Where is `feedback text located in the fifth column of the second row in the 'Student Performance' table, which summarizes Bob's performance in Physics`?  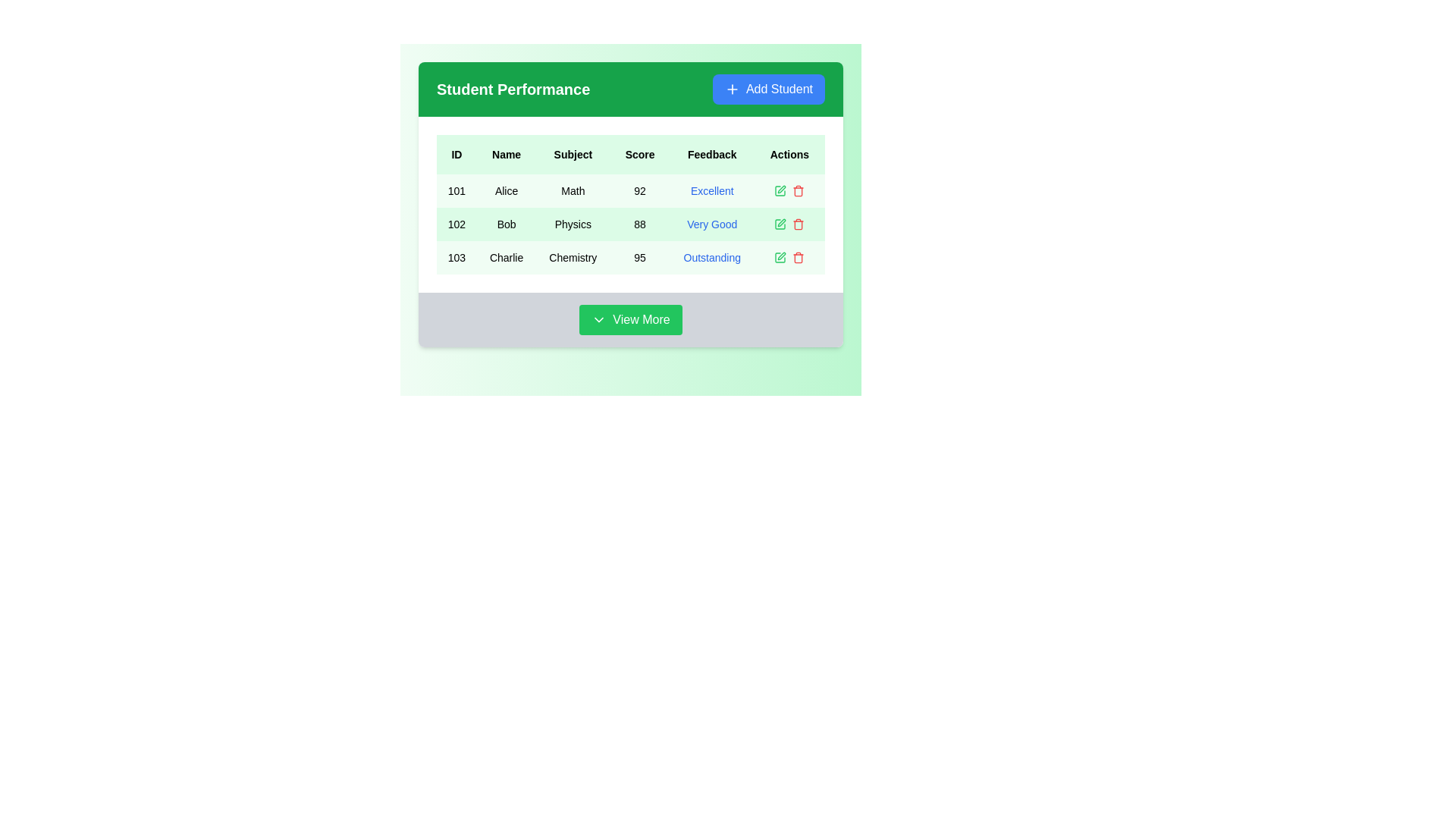
feedback text located in the fifth column of the second row in the 'Student Performance' table, which summarizes Bob's performance in Physics is located at coordinates (711, 224).